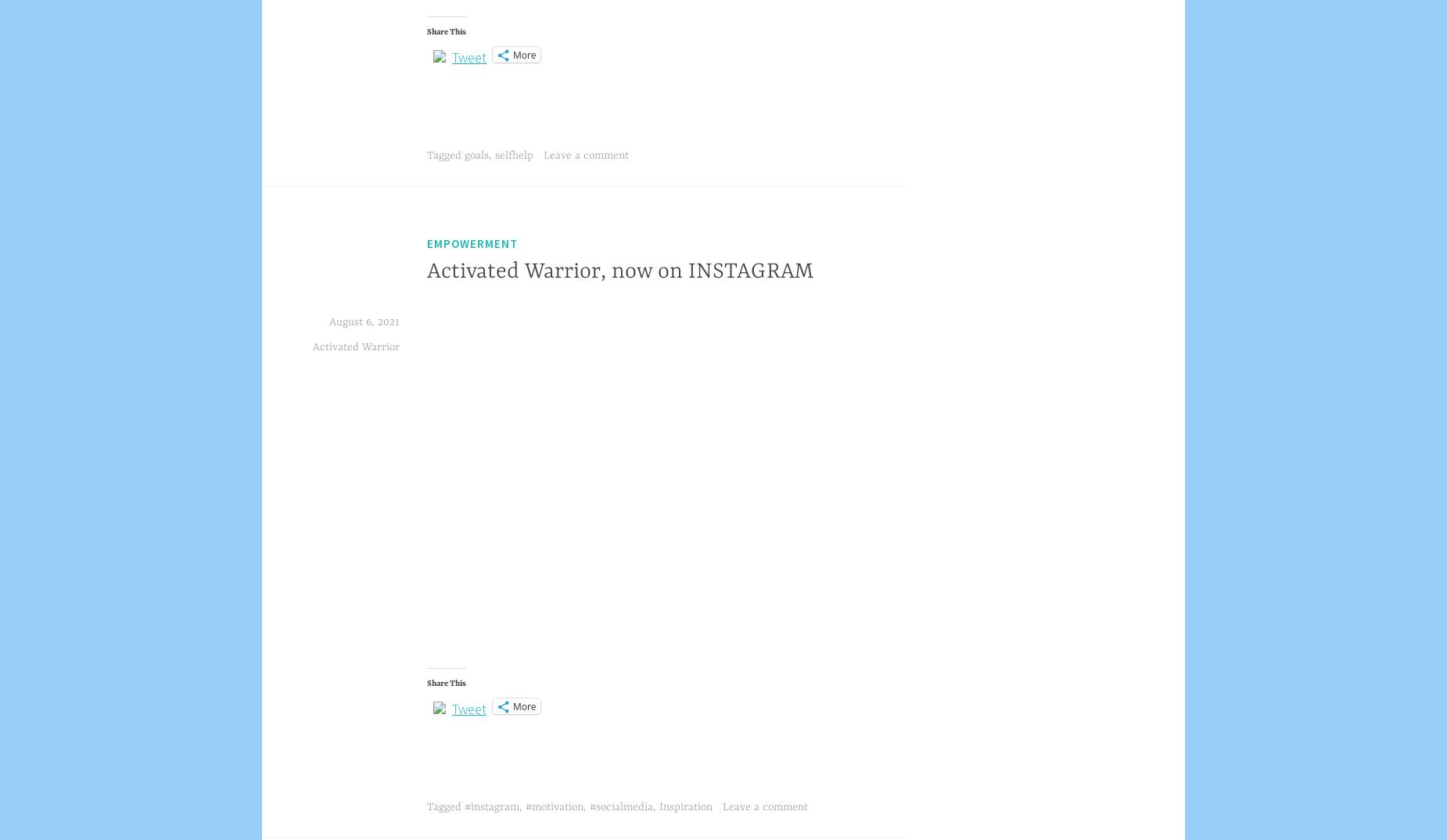 This screenshot has width=1447, height=840. I want to click on 'Inspiration', so click(659, 807).